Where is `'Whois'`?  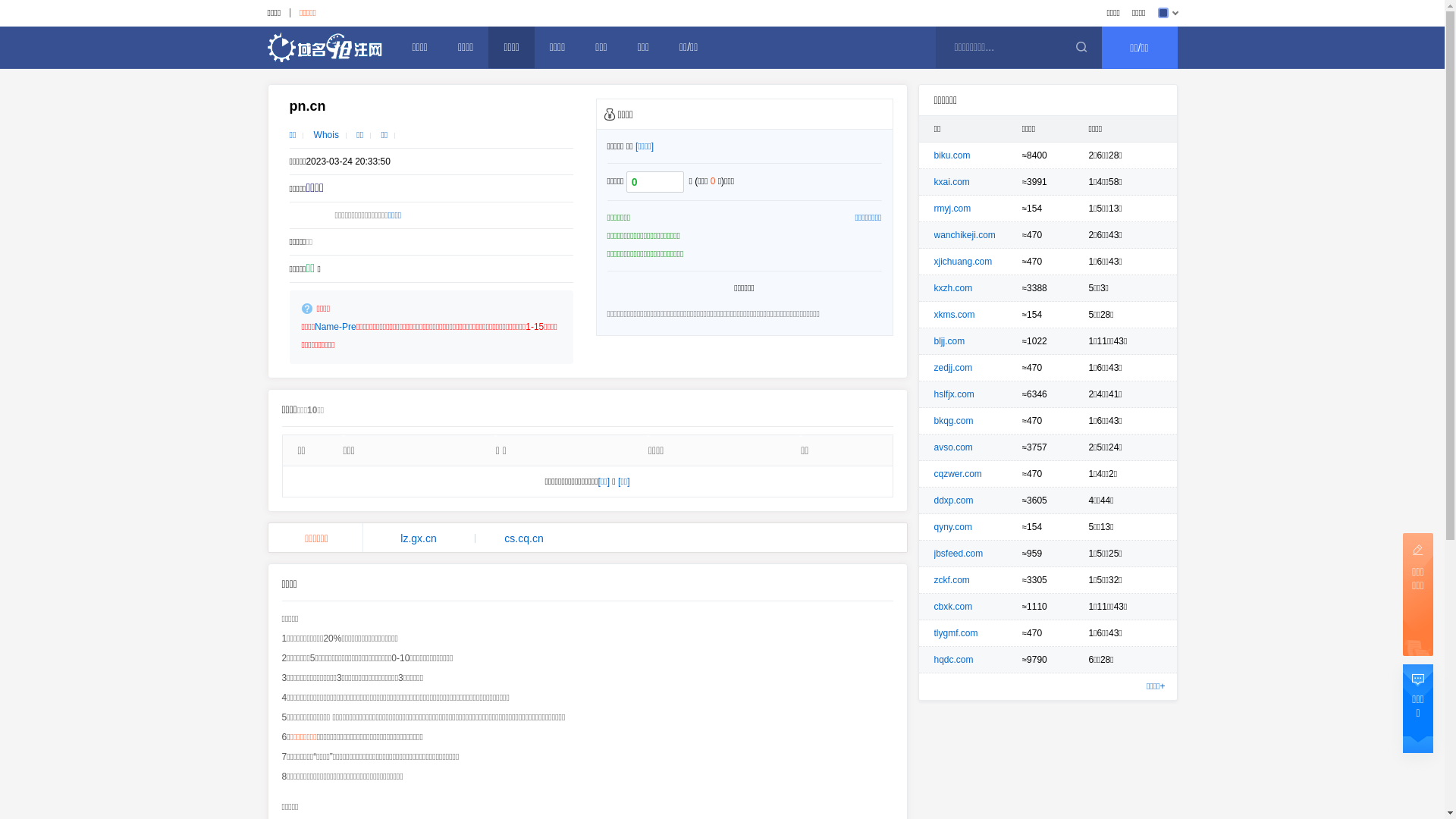 'Whois' is located at coordinates (325, 133).